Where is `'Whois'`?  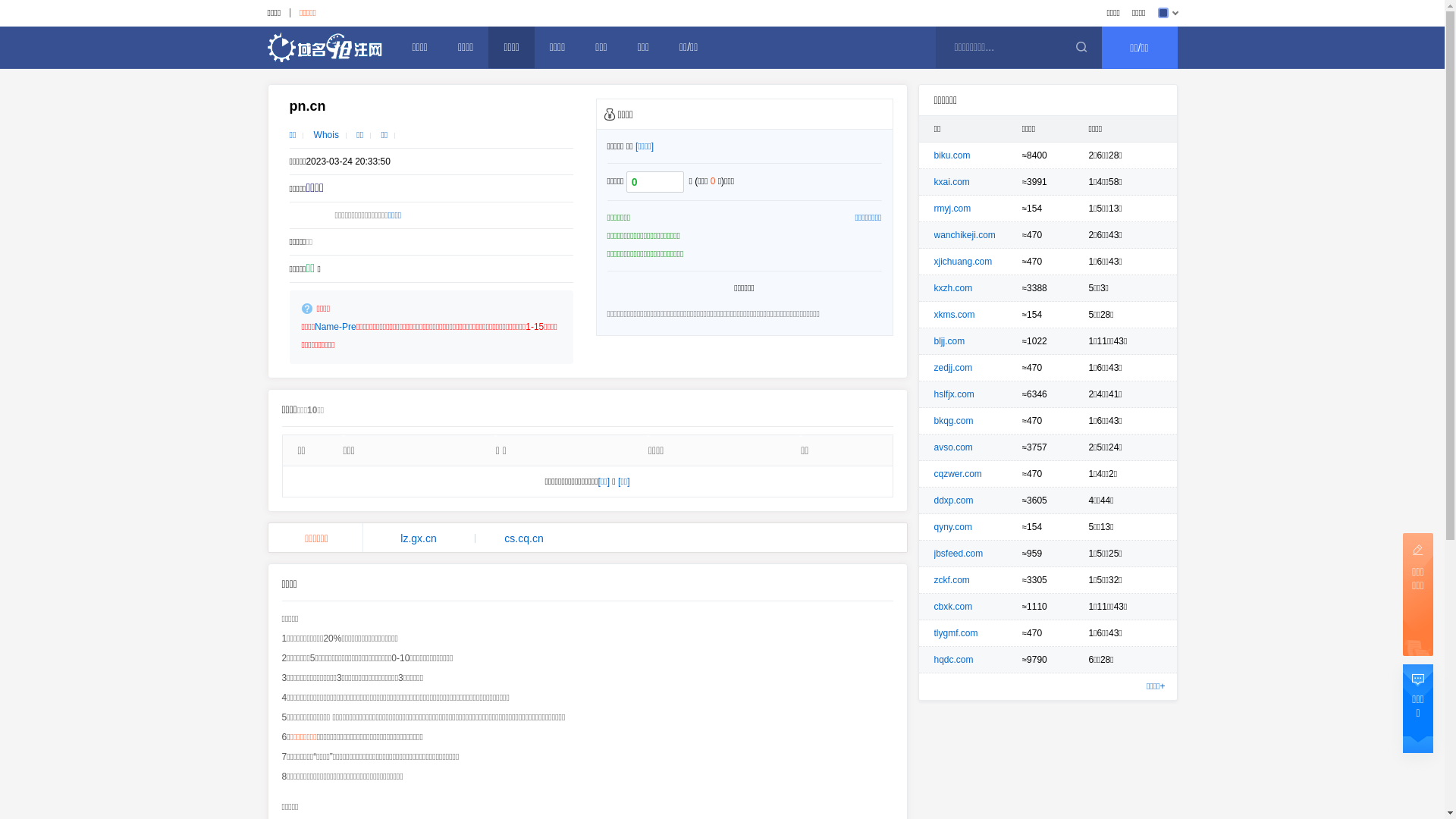 'Whois' is located at coordinates (325, 133).